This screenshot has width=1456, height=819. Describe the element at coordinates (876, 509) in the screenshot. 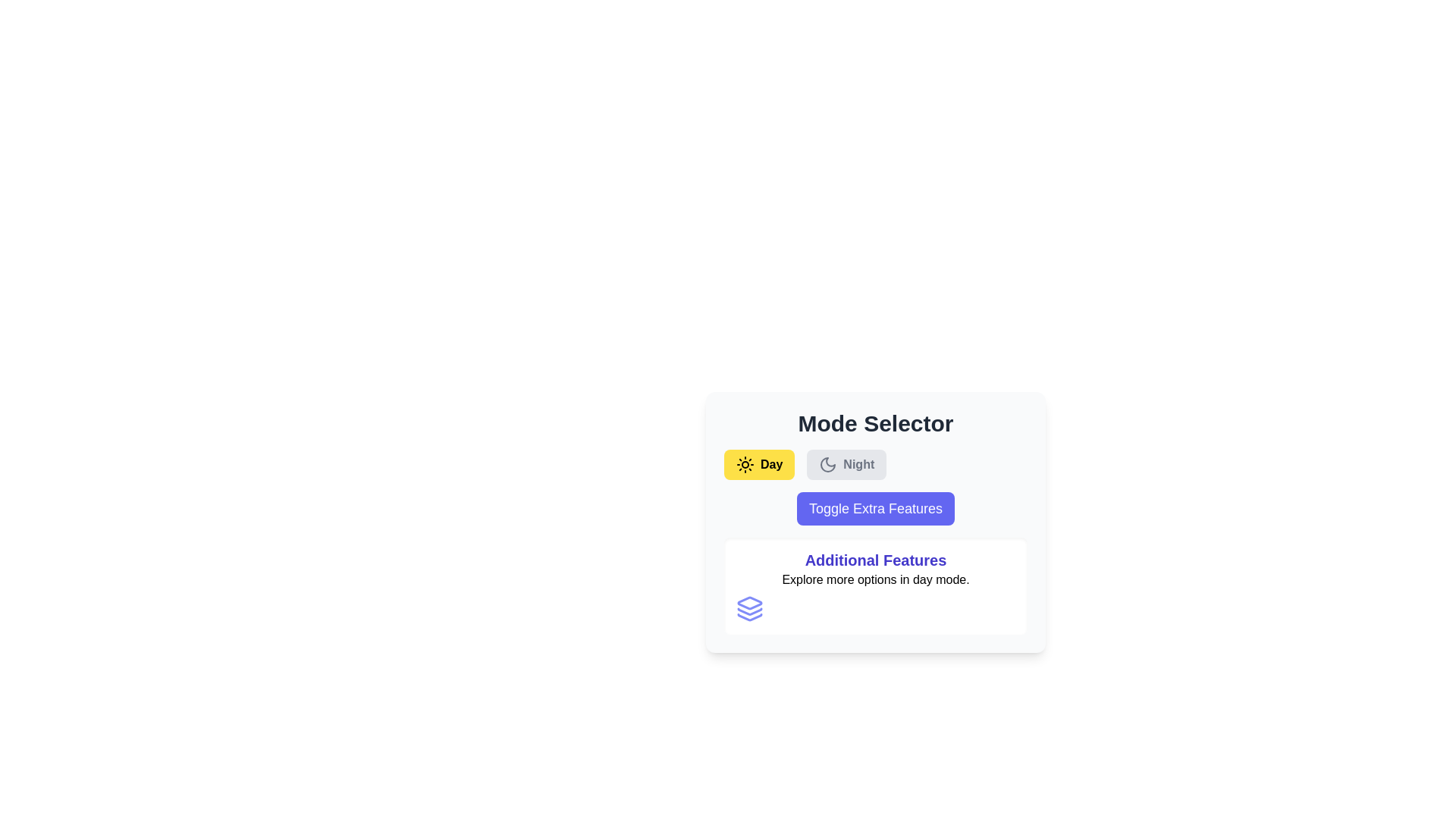

I see `the 'Toggle Extra Features' button with a blue background and white text` at that location.